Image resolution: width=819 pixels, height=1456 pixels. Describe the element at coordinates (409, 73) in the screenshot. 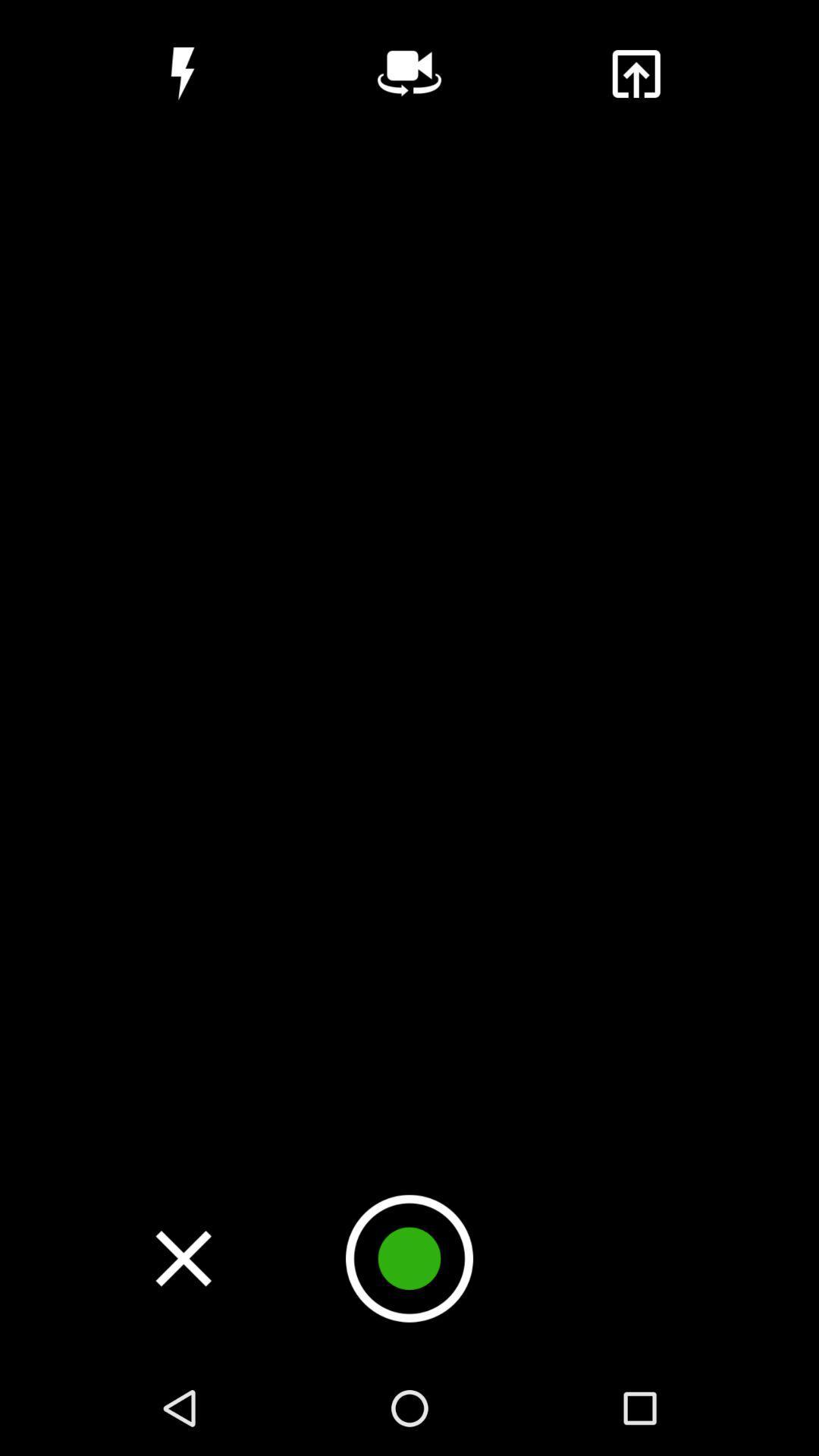

I see `the videocam icon` at that location.